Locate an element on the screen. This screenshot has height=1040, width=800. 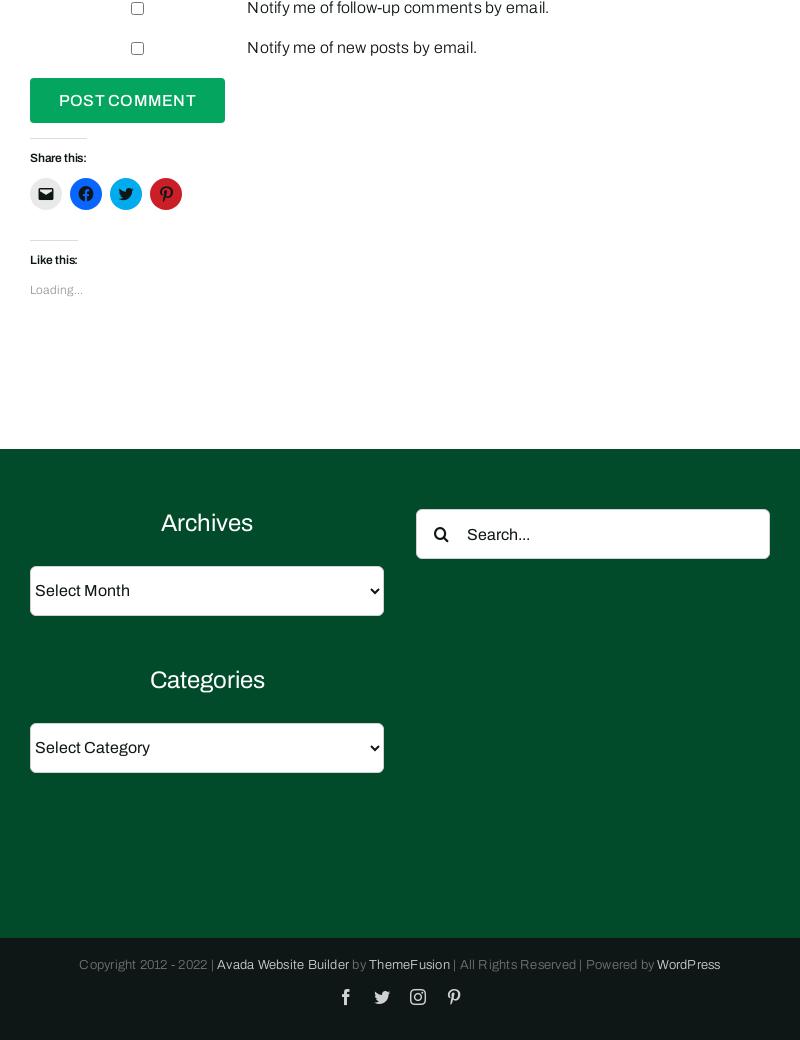
'Copyright 2012 - 2022 |' is located at coordinates (148, 963).